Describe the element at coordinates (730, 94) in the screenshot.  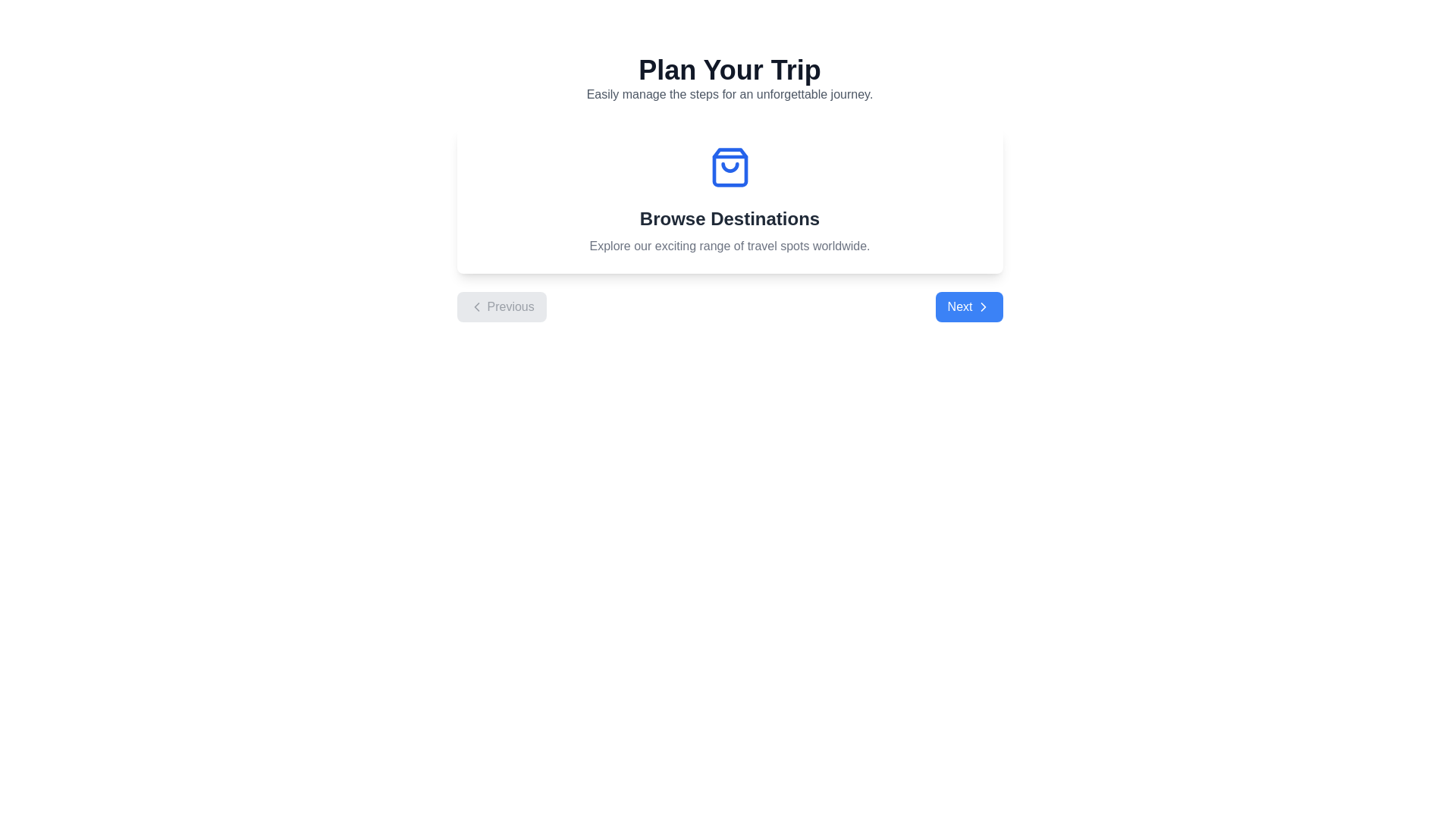
I see `the informative message or subtitle element located directly below the title 'Plan Your Trip.'` at that location.